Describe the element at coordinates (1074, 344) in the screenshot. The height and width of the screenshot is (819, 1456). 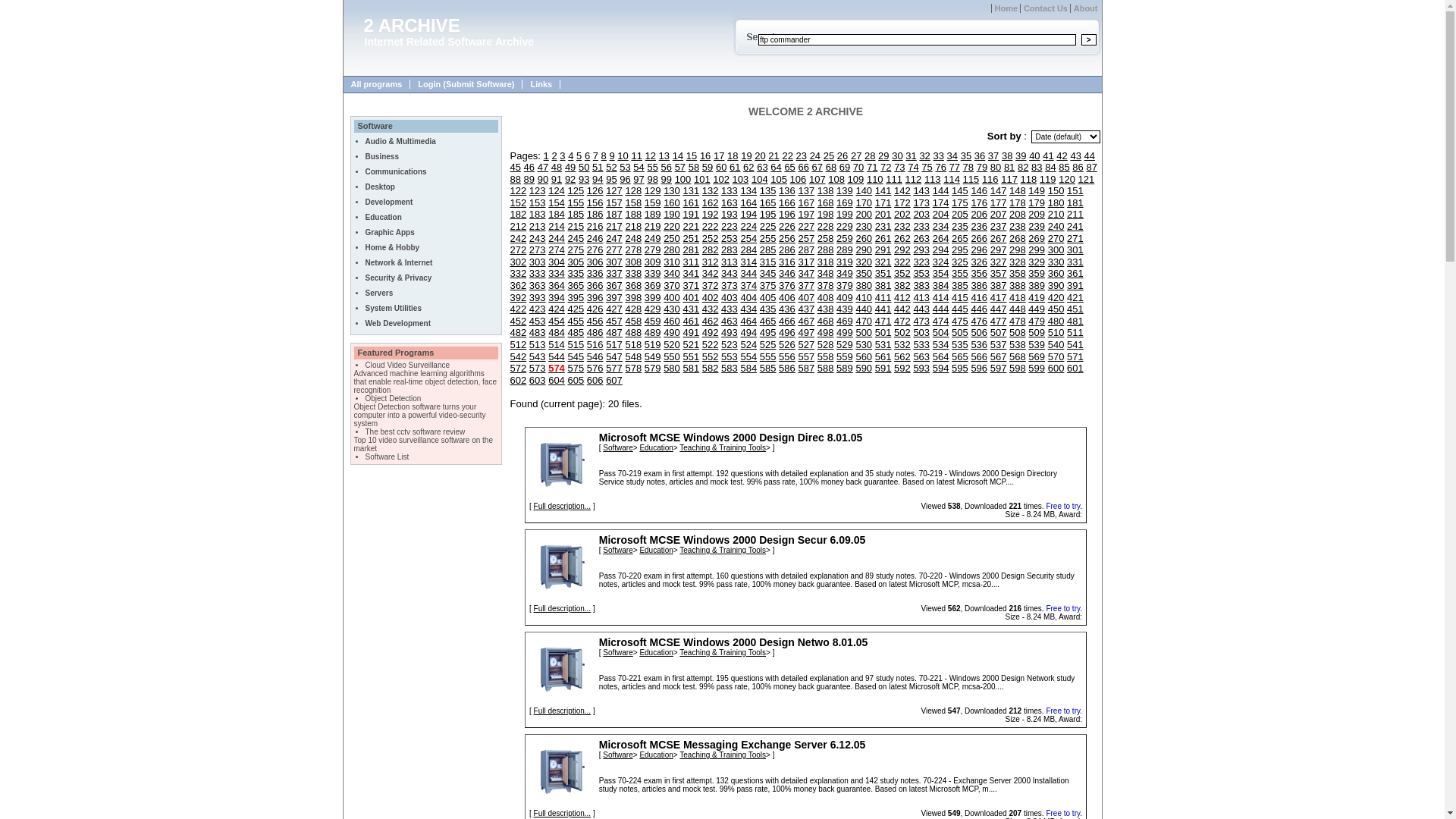
I see `'541'` at that location.